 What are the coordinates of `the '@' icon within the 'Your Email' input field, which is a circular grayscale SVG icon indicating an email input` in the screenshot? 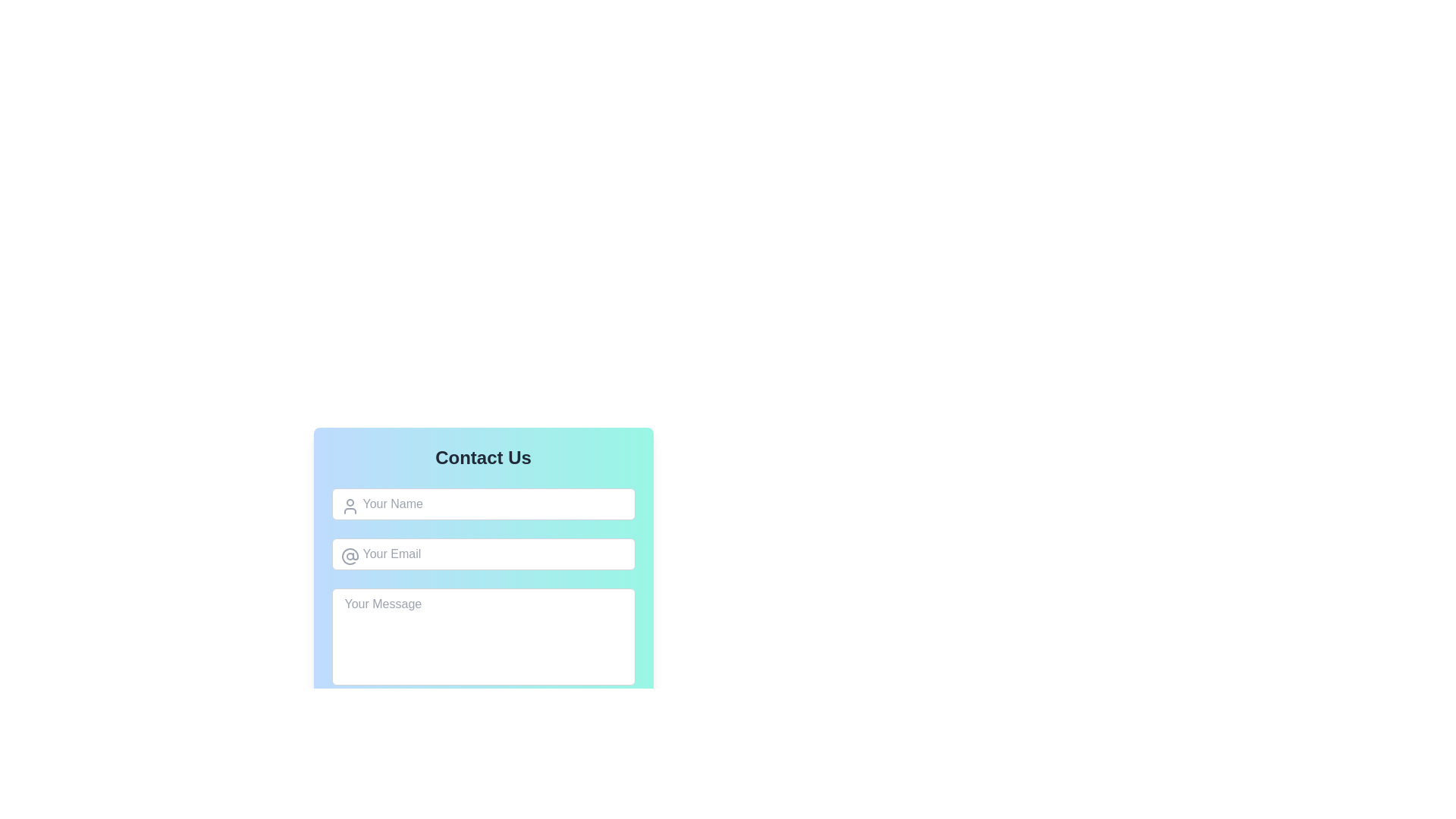 It's located at (349, 556).